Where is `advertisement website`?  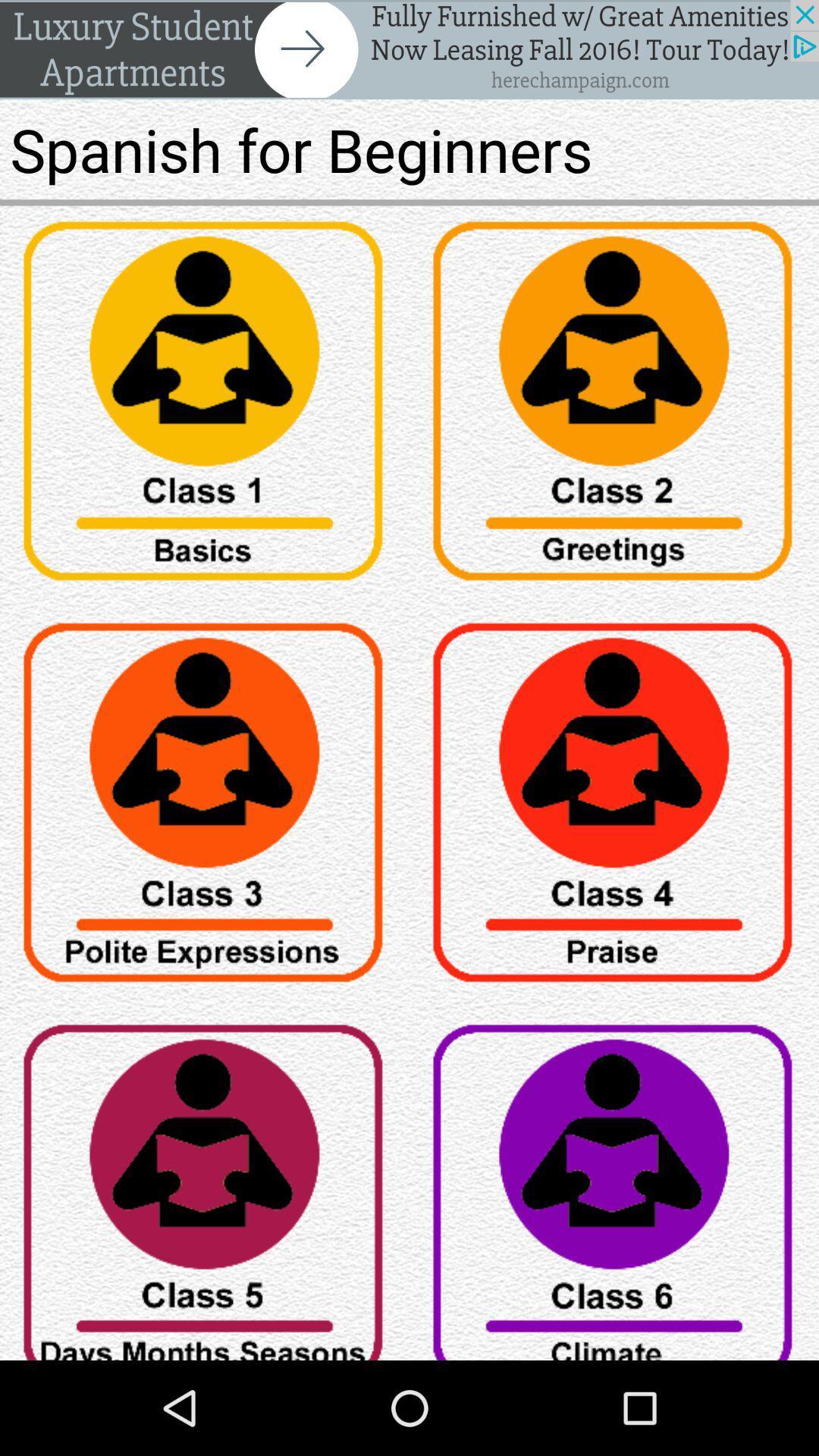 advertisement website is located at coordinates (409, 49).